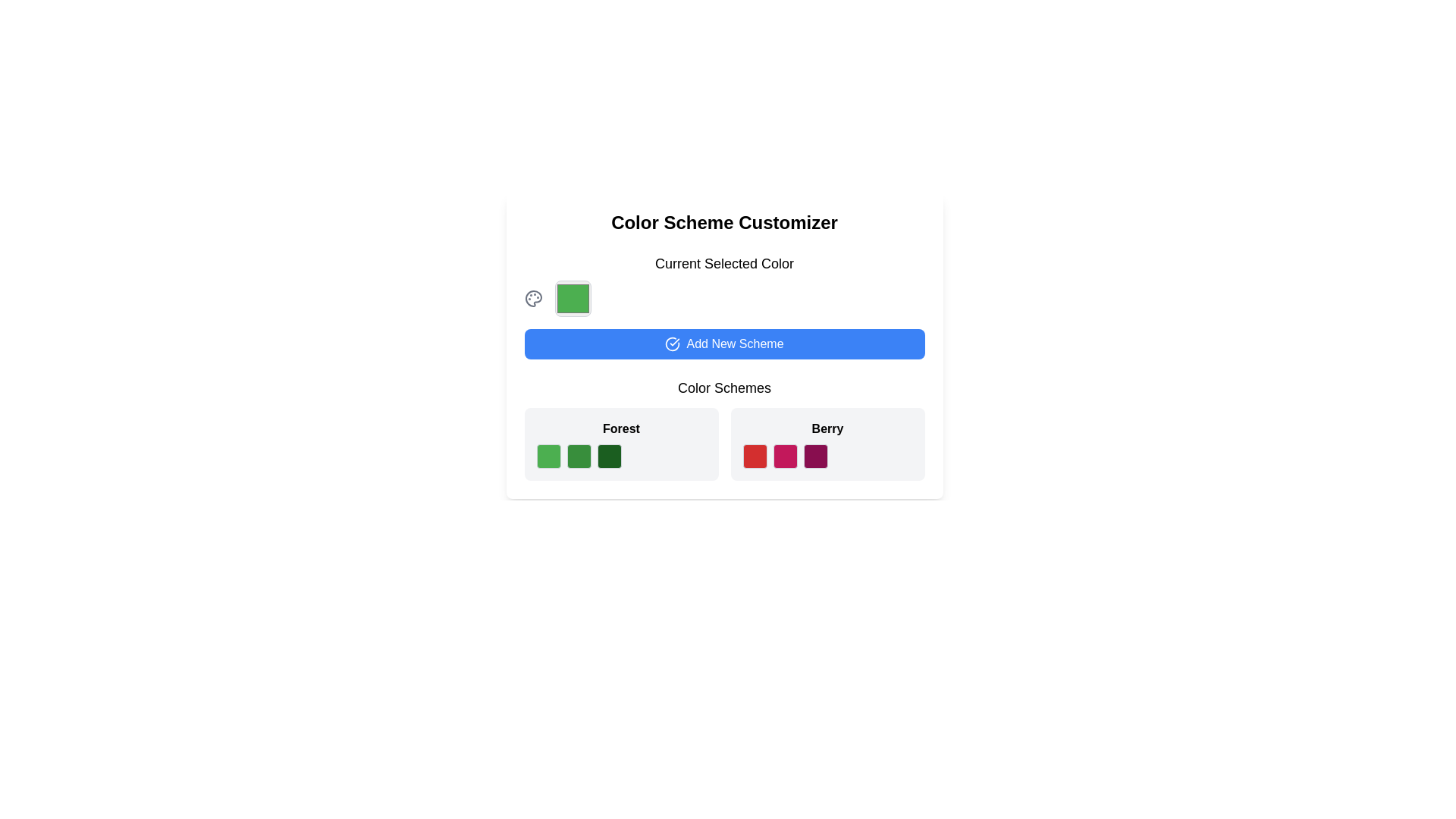 Image resolution: width=1456 pixels, height=819 pixels. What do you see at coordinates (723, 344) in the screenshot?
I see `the horizontally-stretched blue button labeled 'Add New Scheme' with a checkmark icon` at bounding box center [723, 344].